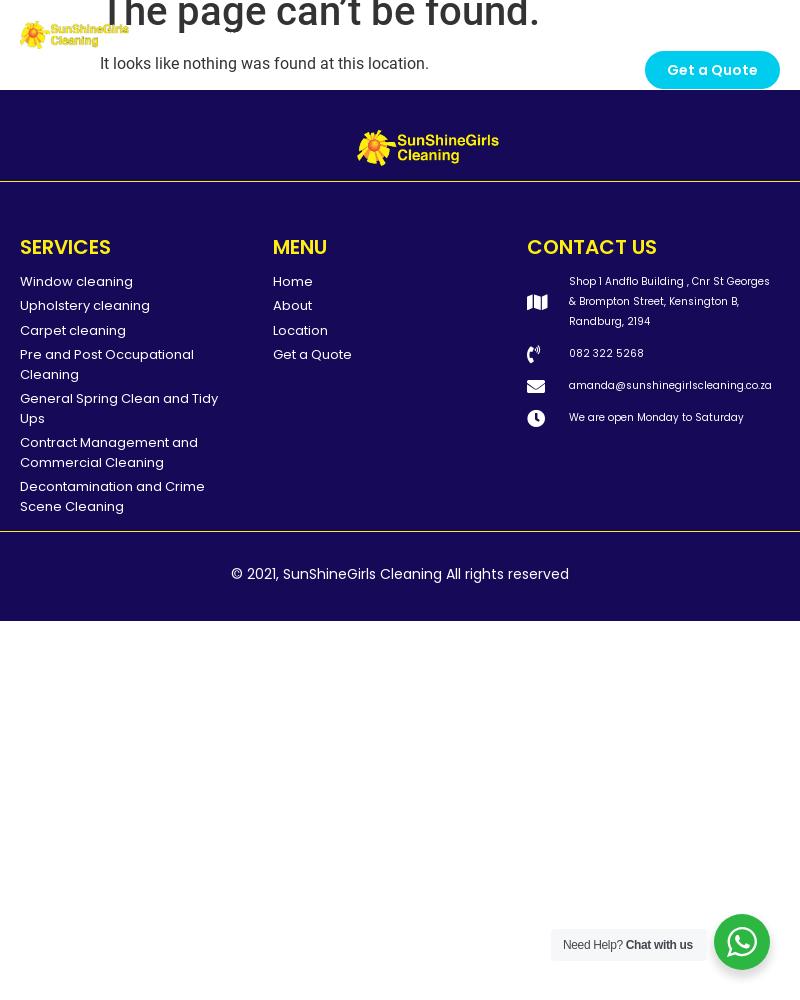 The height and width of the screenshot is (1000, 800). Describe the element at coordinates (300, 245) in the screenshot. I see `'MENU'` at that location.